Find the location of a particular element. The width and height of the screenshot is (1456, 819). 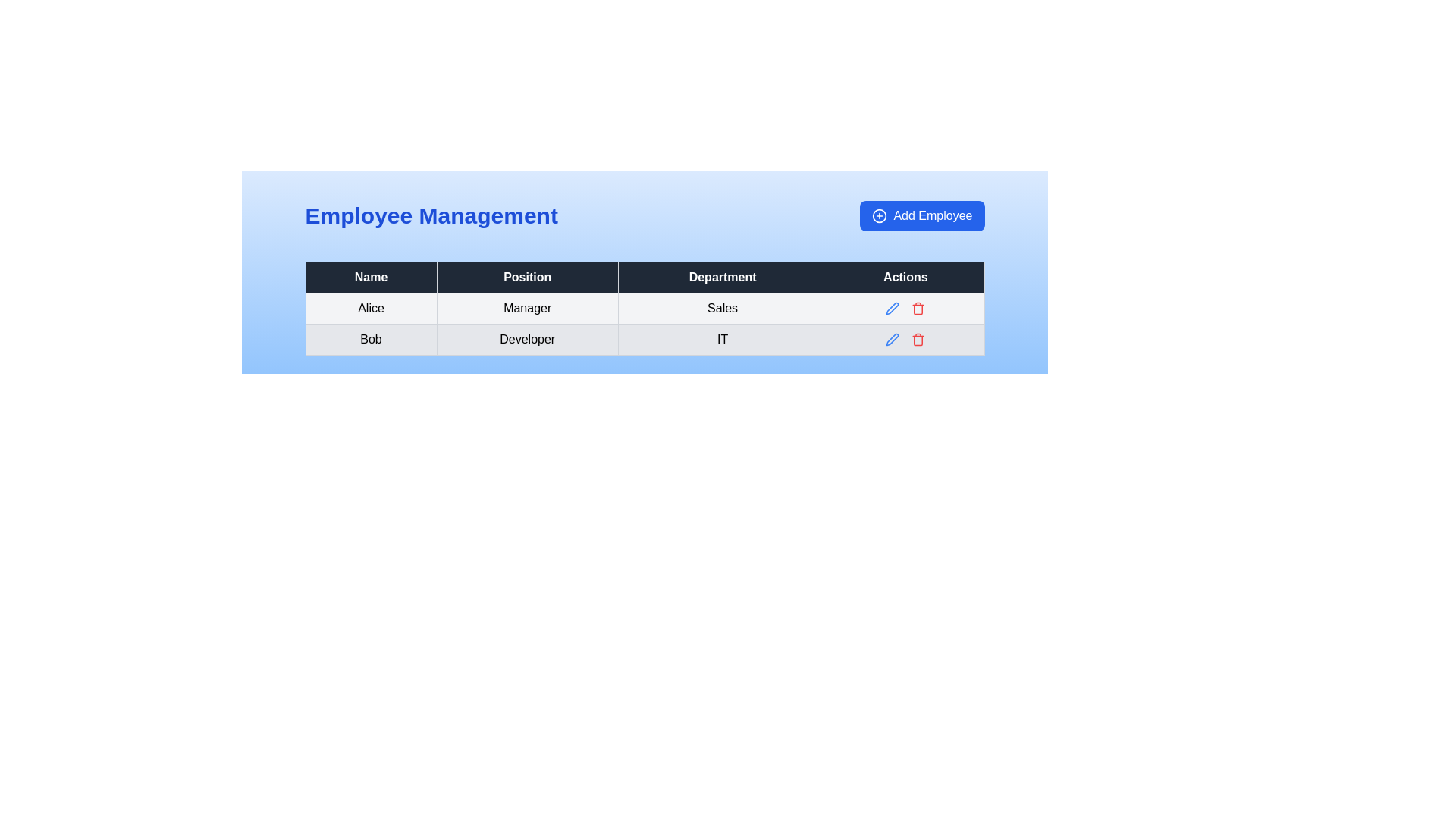

the 'Department' label in the table header, which is the third item from the left in a row of four elements, located between 'Position' and 'Actions' is located at coordinates (722, 278).